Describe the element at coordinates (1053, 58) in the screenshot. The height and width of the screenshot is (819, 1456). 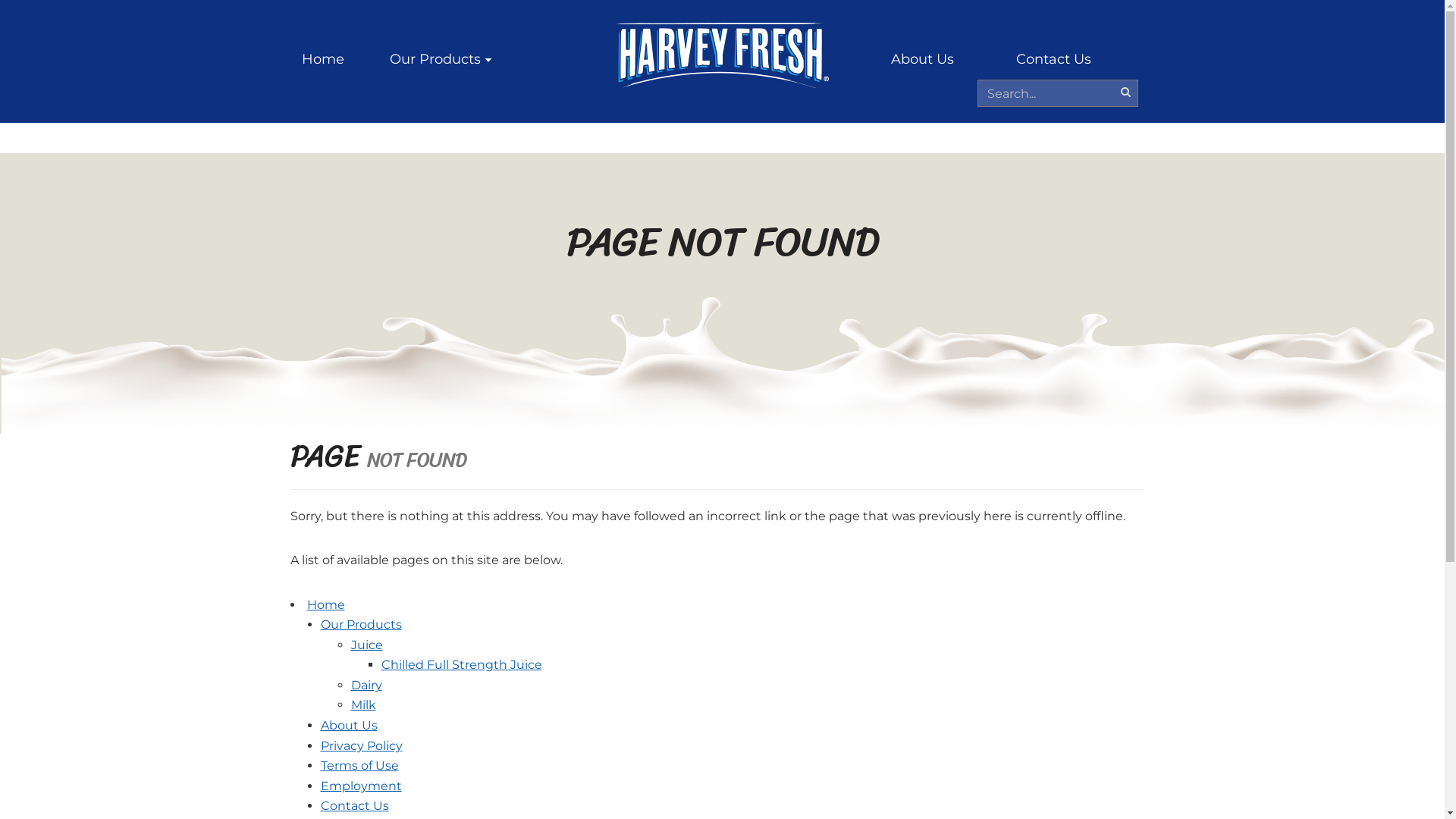
I see `'Contact Us'` at that location.